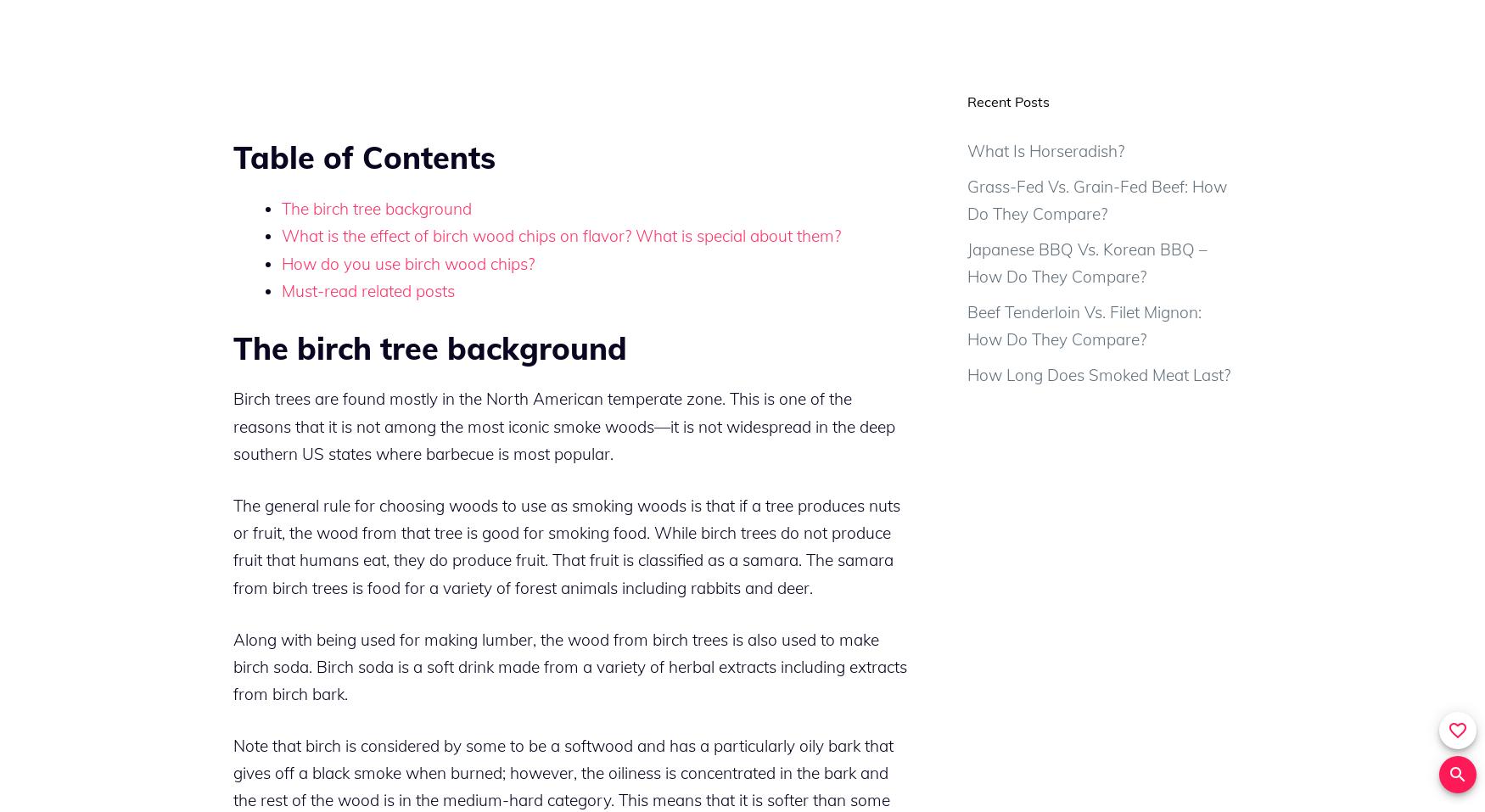  What do you see at coordinates (408, 262) in the screenshot?
I see `'How do you use birch wood chips?'` at bounding box center [408, 262].